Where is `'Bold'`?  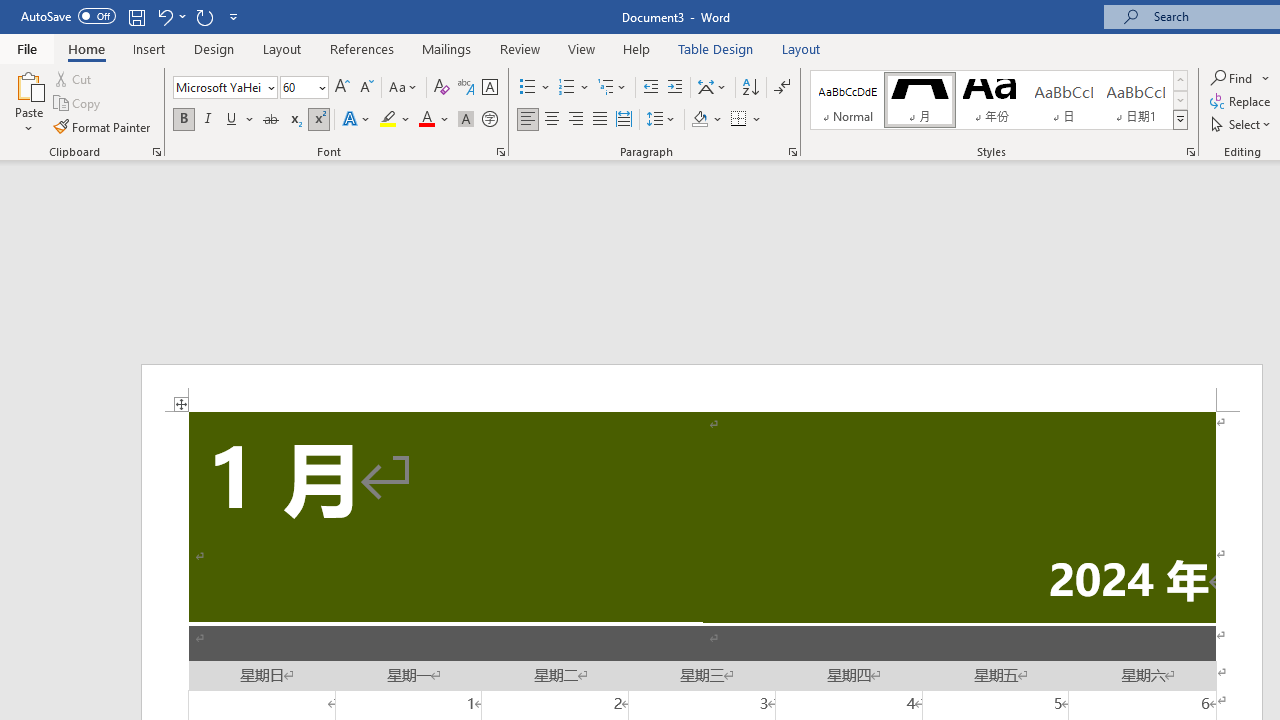
'Bold' is located at coordinates (183, 119).